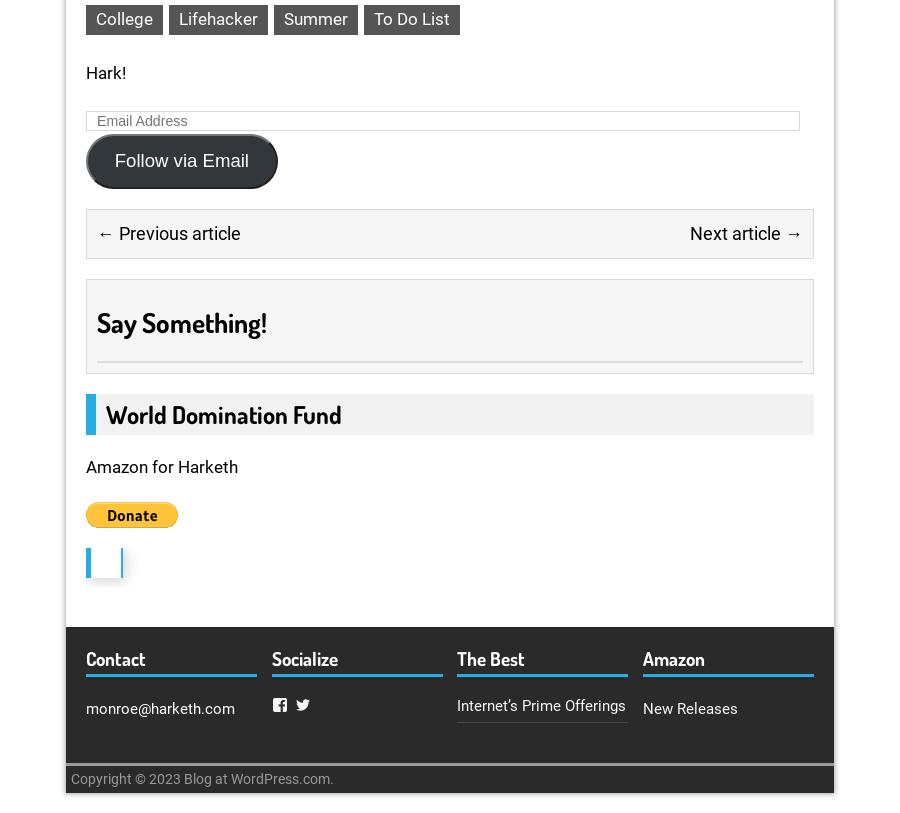 The height and width of the screenshot is (813, 900). What do you see at coordinates (745, 232) in the screenshot?
I see `'Next article →'` at bounding box center [745, 232].